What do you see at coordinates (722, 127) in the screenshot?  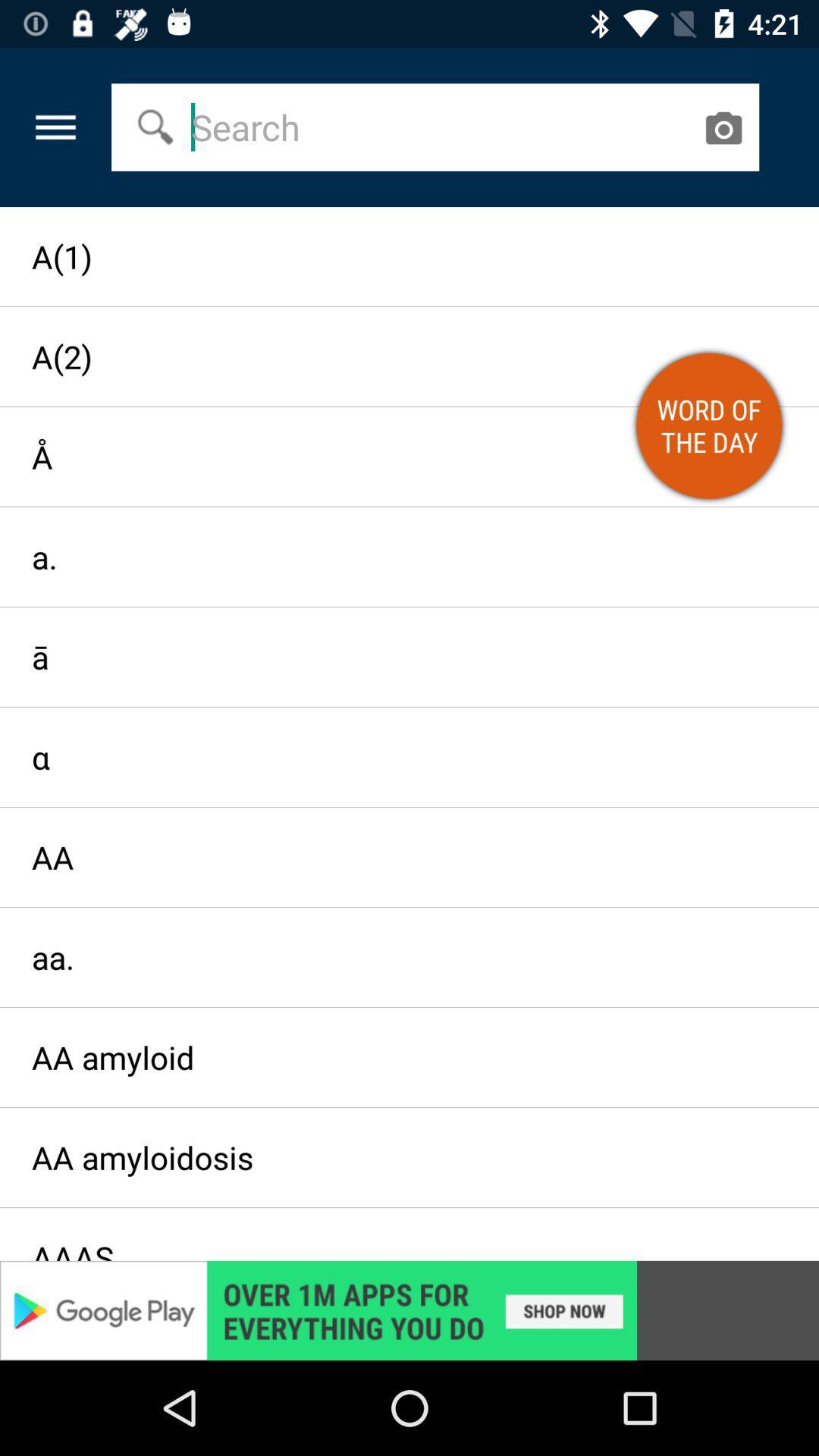 I see `search with camera` at bounding box center [722, 127].